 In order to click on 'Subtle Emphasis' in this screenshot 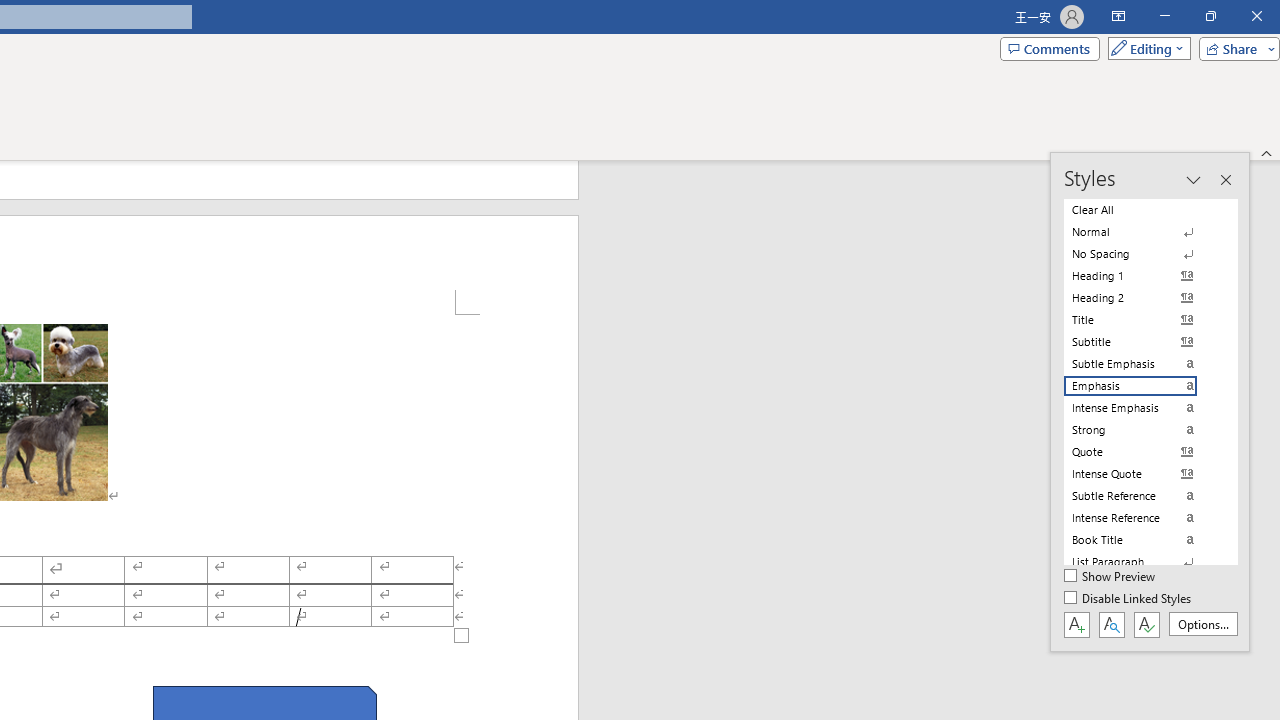, I will do `click(1142, 363)`.